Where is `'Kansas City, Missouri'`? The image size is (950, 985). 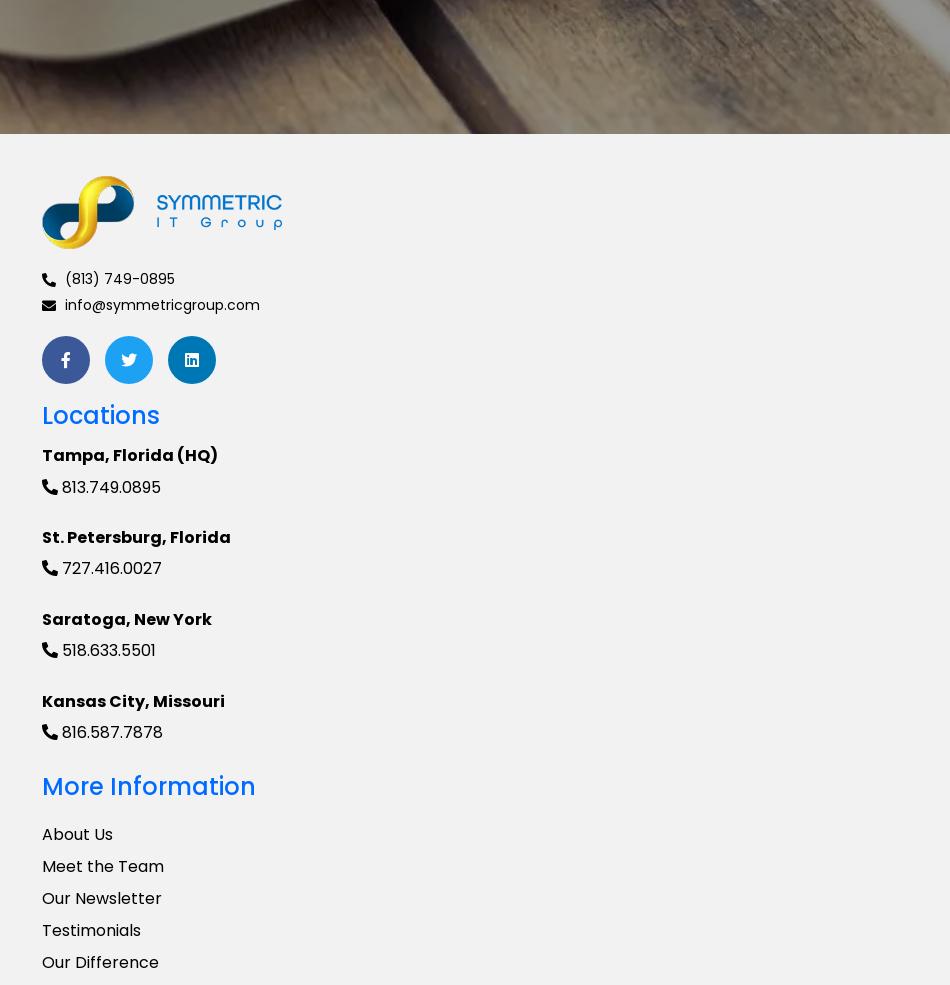
'Kansas City, Missouri' is located at coordinates (133, 700).